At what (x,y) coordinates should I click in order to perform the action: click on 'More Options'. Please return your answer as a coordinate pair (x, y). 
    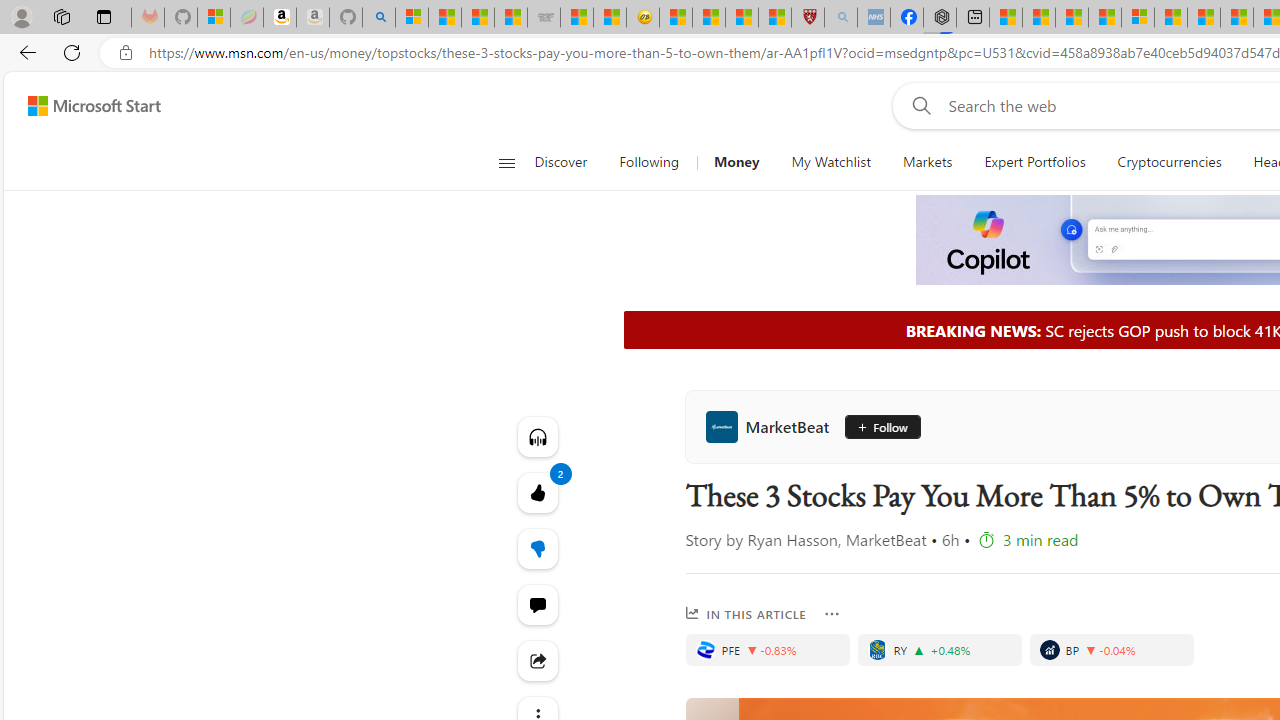
    Looking at the image, I should click on (832, 613).